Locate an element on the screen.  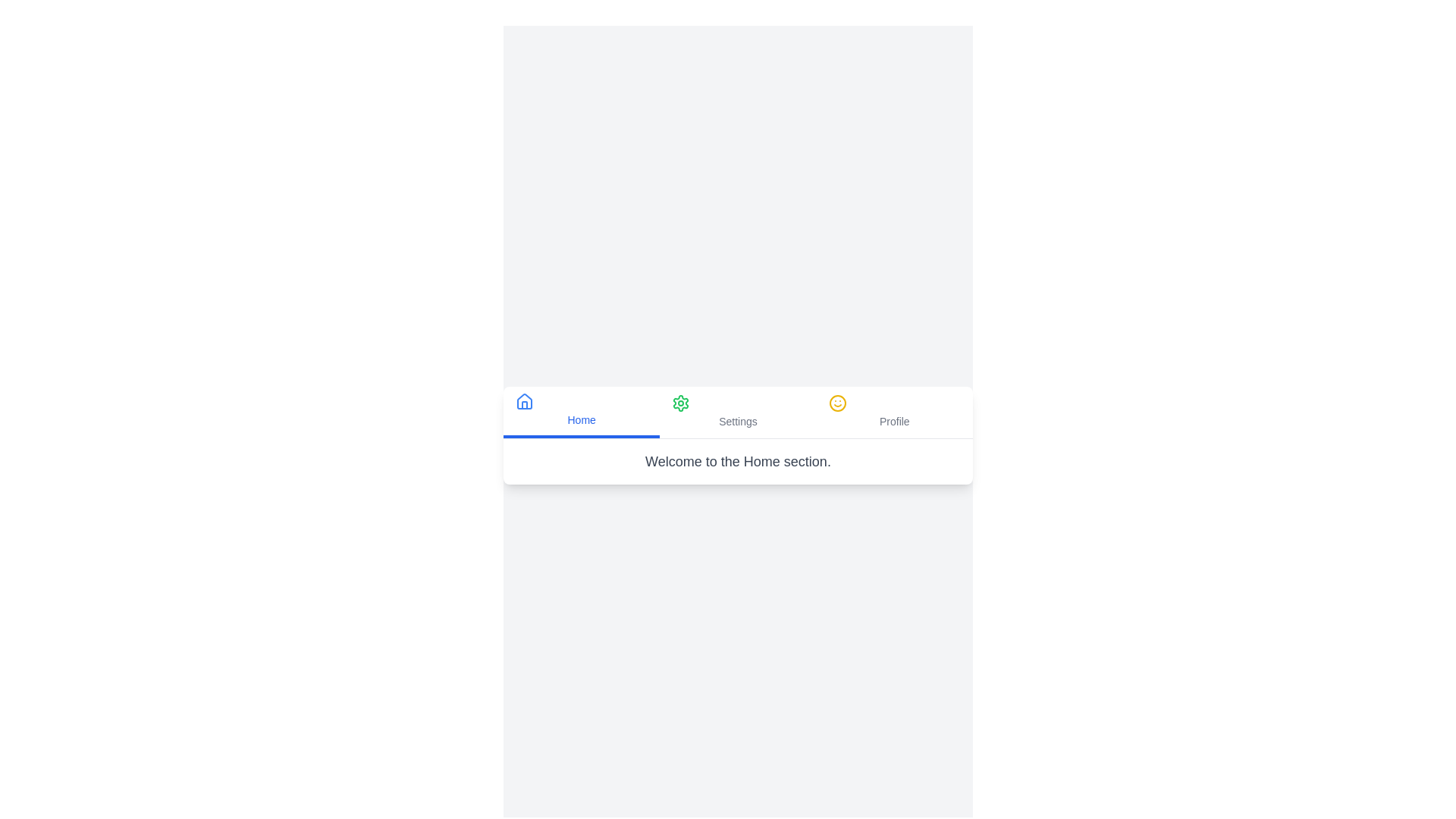
the Profile tab to view its content is located at coordinates (894, 412).